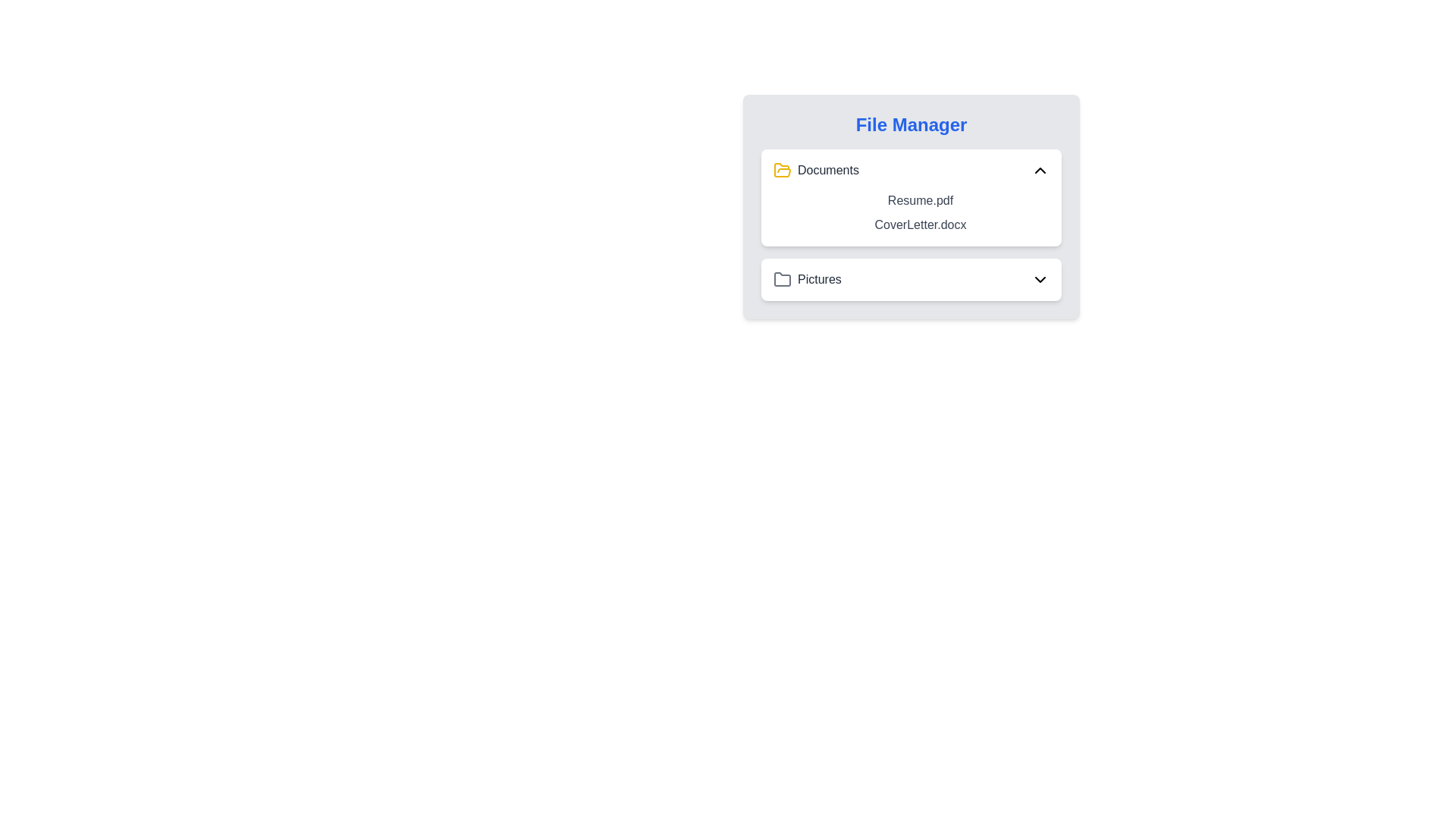  What do you see at coordinates (1040, 170) in the screenshot?
I see `the icon button on the far right side of the 'Documents' section` at bounding box center [1040, 170].